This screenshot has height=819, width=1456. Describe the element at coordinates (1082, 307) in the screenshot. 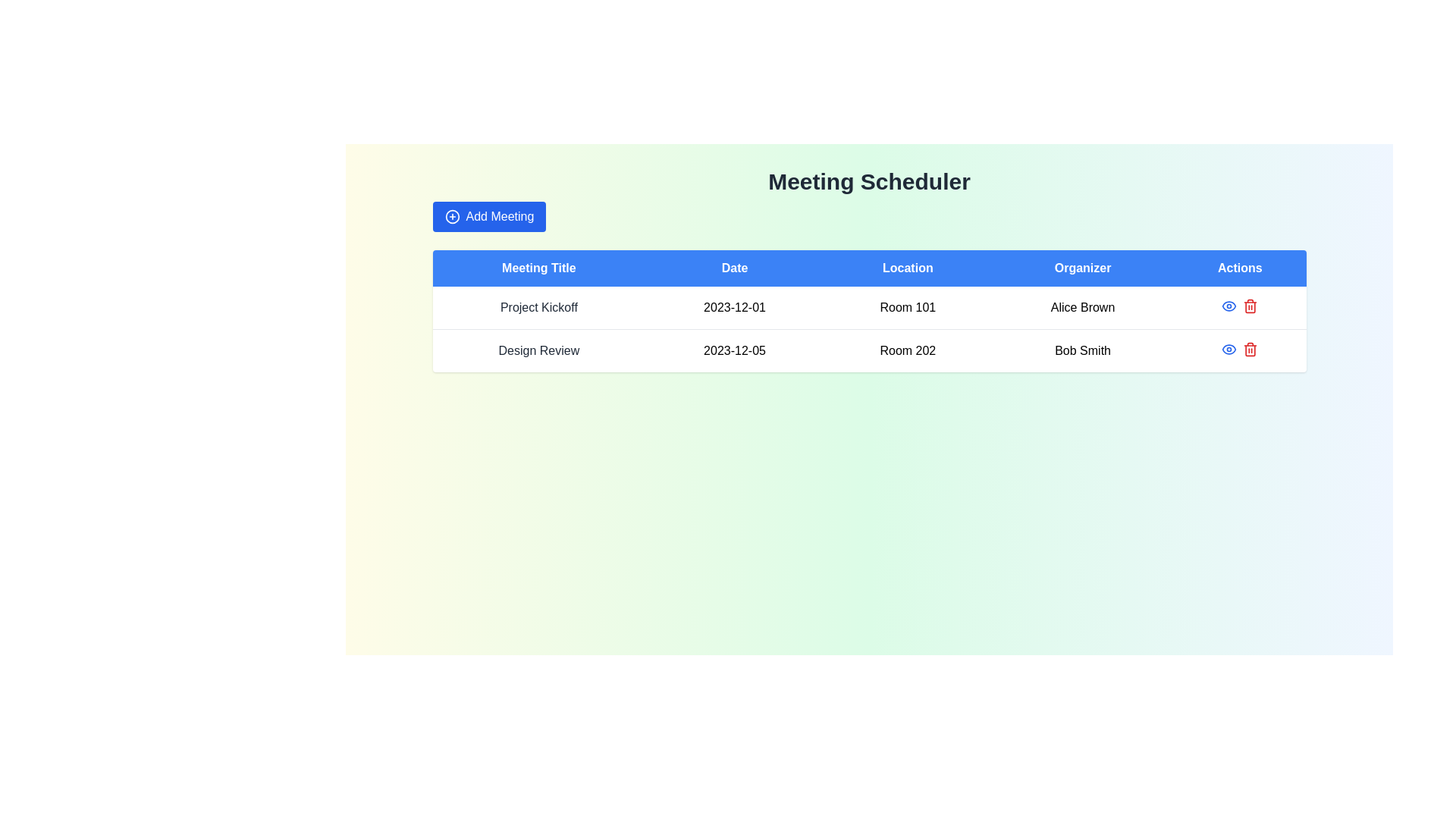

I see `the text label displaying 'Alice Brown', the organizer of the event, located in the 'Organizer' column of the first data row in the table` at that location.